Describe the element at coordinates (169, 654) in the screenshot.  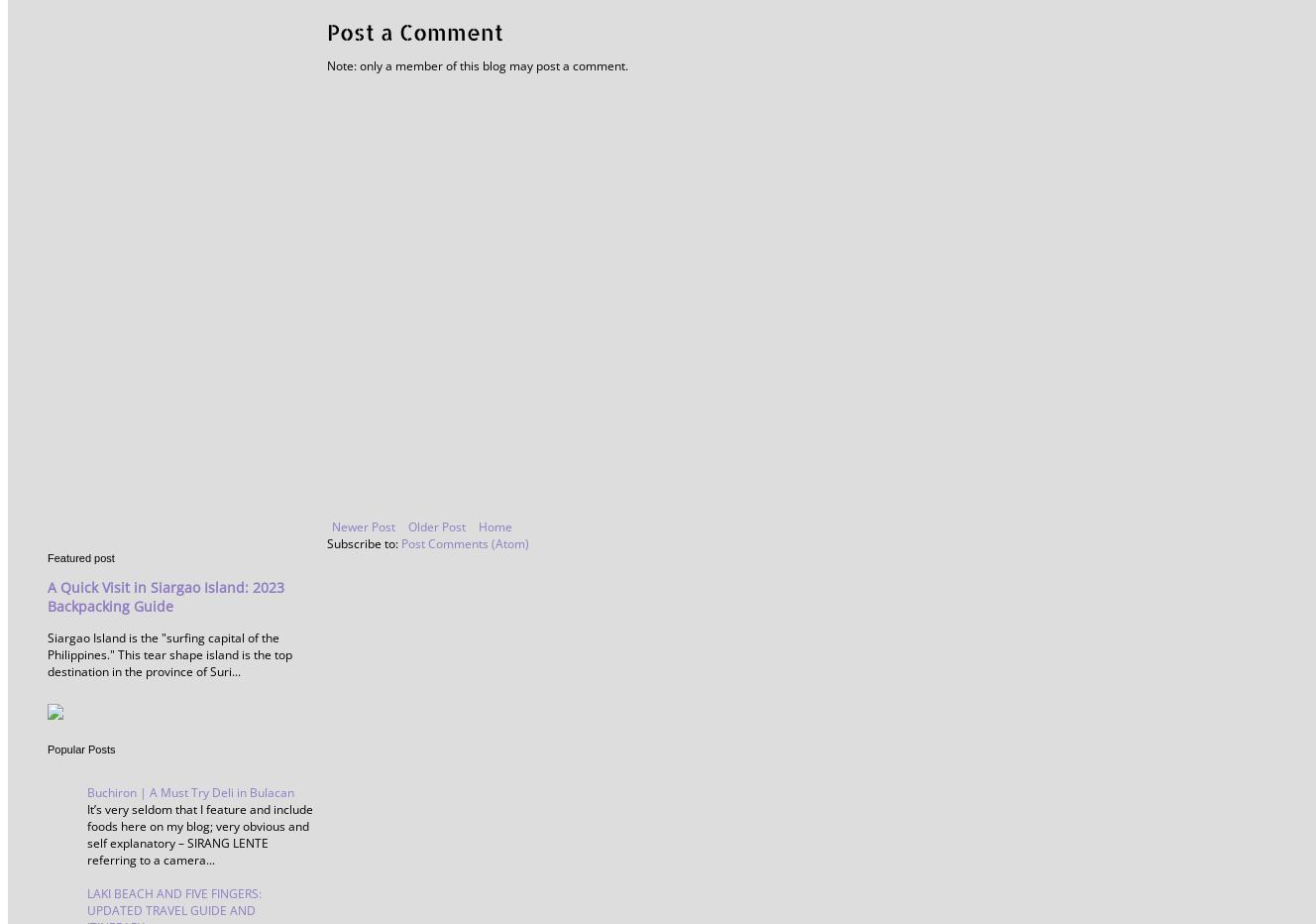
I see `'Siargao Island is the "surfing capital of the Philippines." This tear shape island is the top destination in the province of Suri...'` at that location.